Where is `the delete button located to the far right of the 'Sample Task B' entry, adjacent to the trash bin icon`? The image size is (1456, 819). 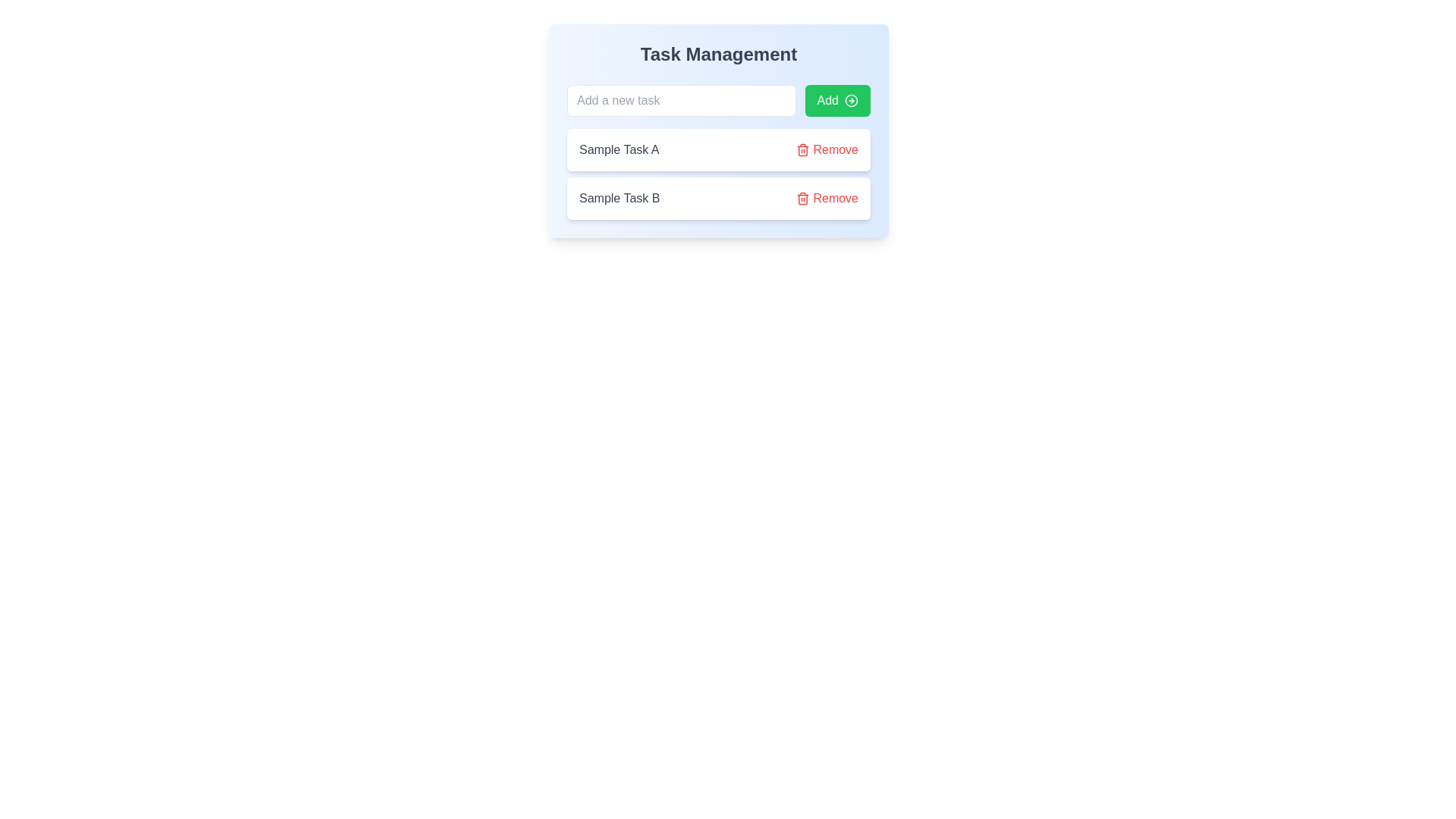
the delete button located to the far right of the 'Sample Task B' entry, adjacent to the trash bin icon is located at coordinates (835, 198).